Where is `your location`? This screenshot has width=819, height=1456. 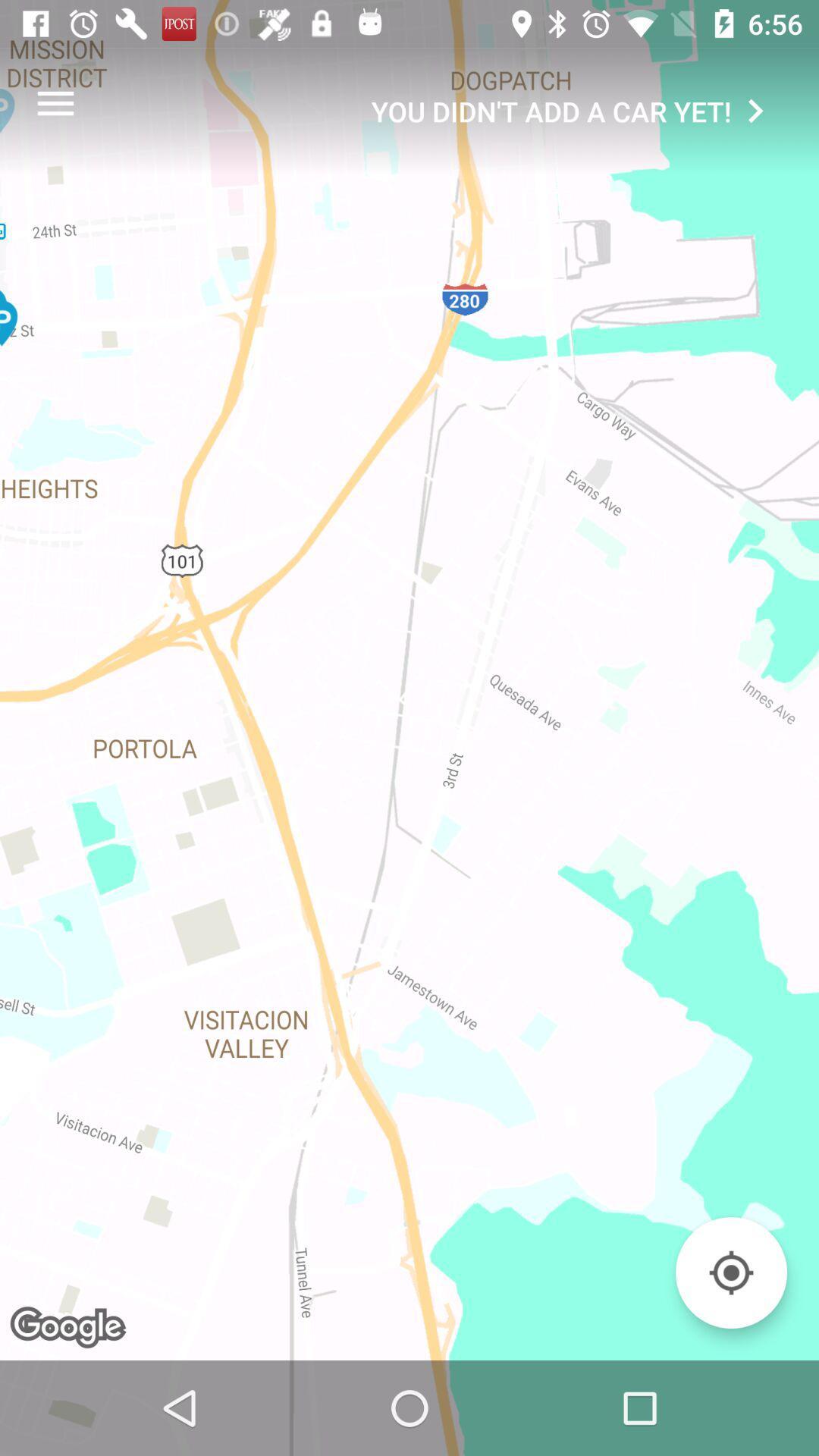
your location is located at coordinates (730, 1272).